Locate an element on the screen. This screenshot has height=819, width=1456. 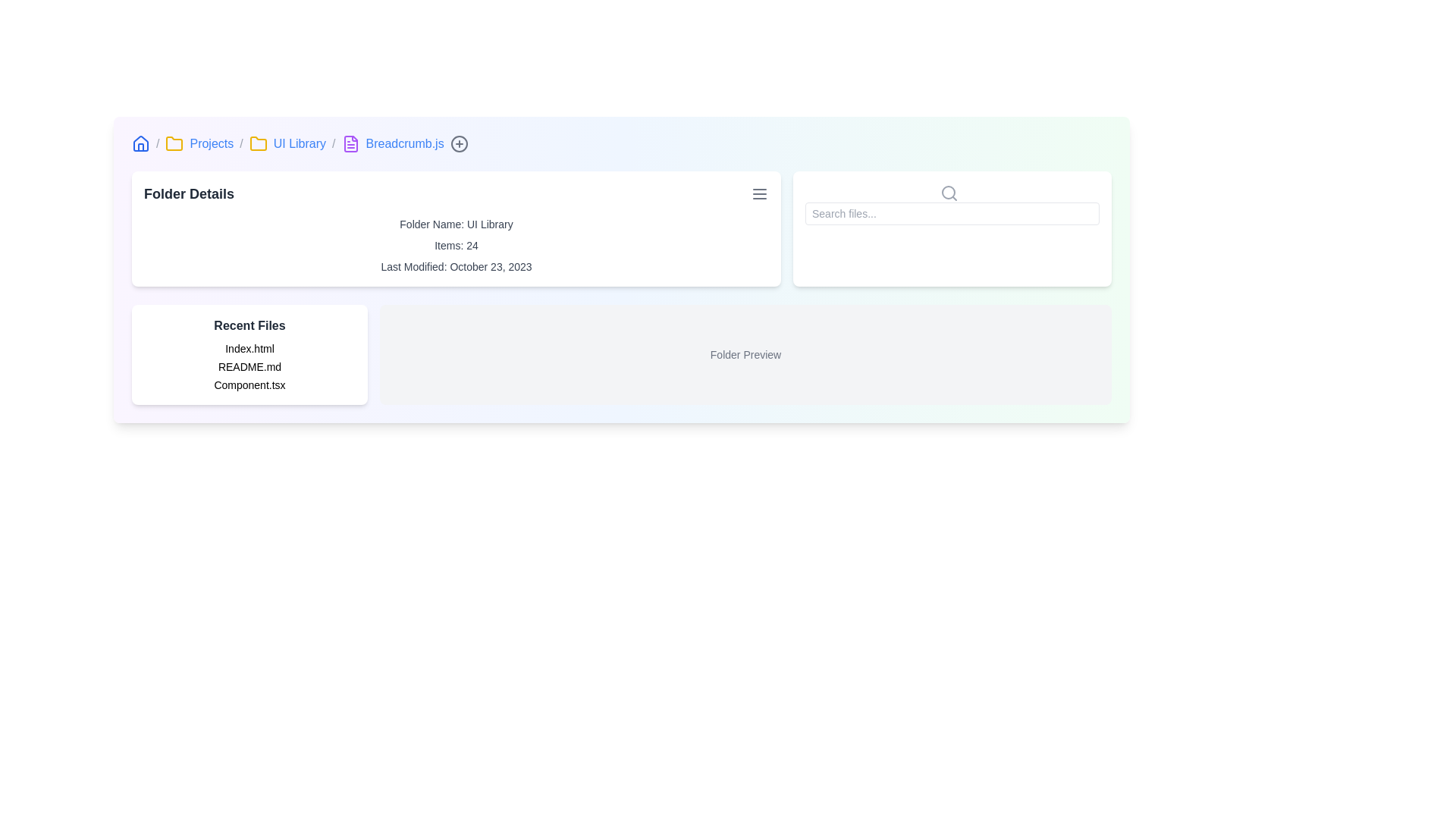
the blue house icon button in the breadcrumb navigation bar is located at coordinates (141, 143).